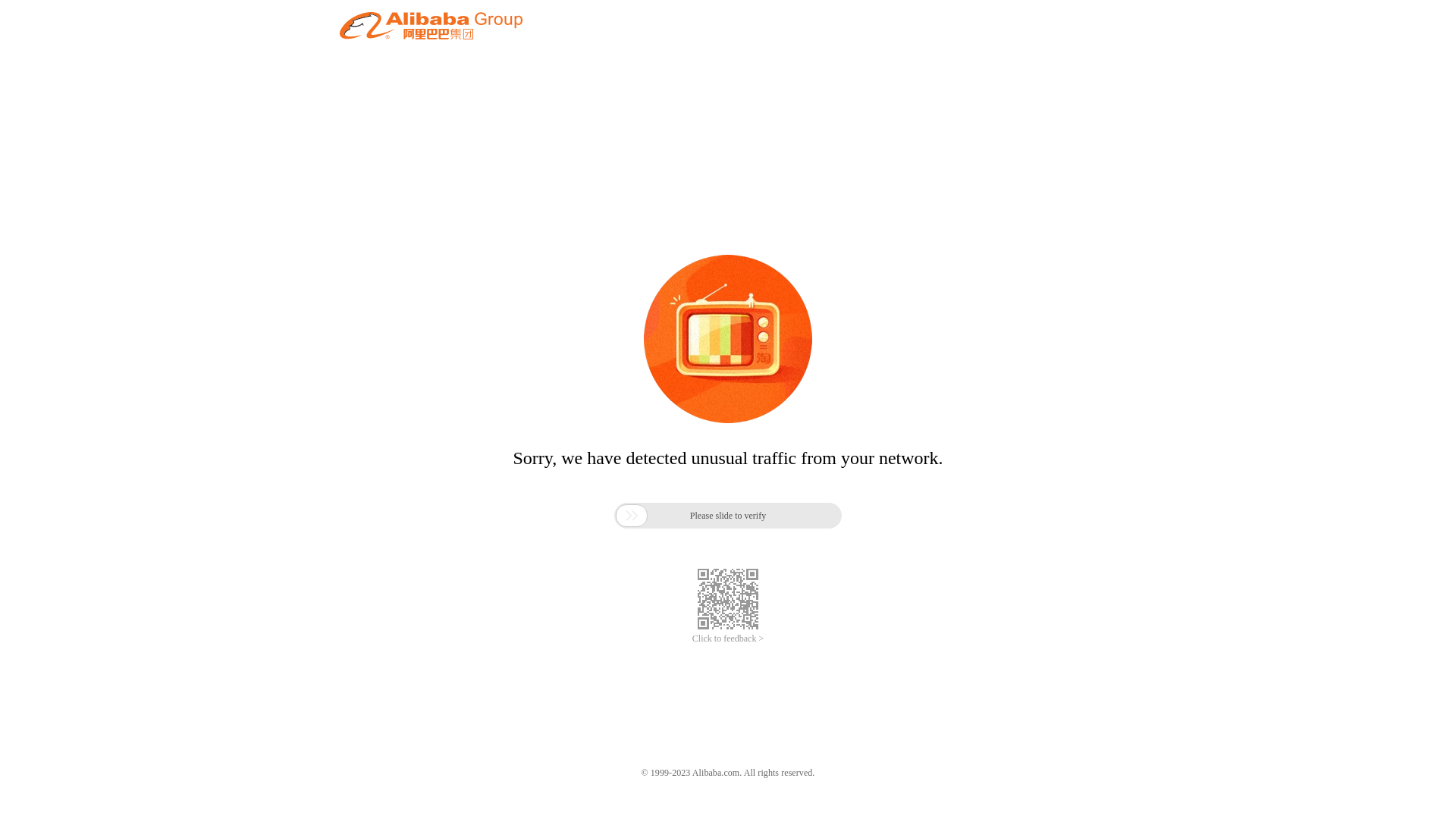  What do you see at coordinates (691, 639) in the screenshot?
I see `'Click to feedback >'` at bounding box center [691, 639].